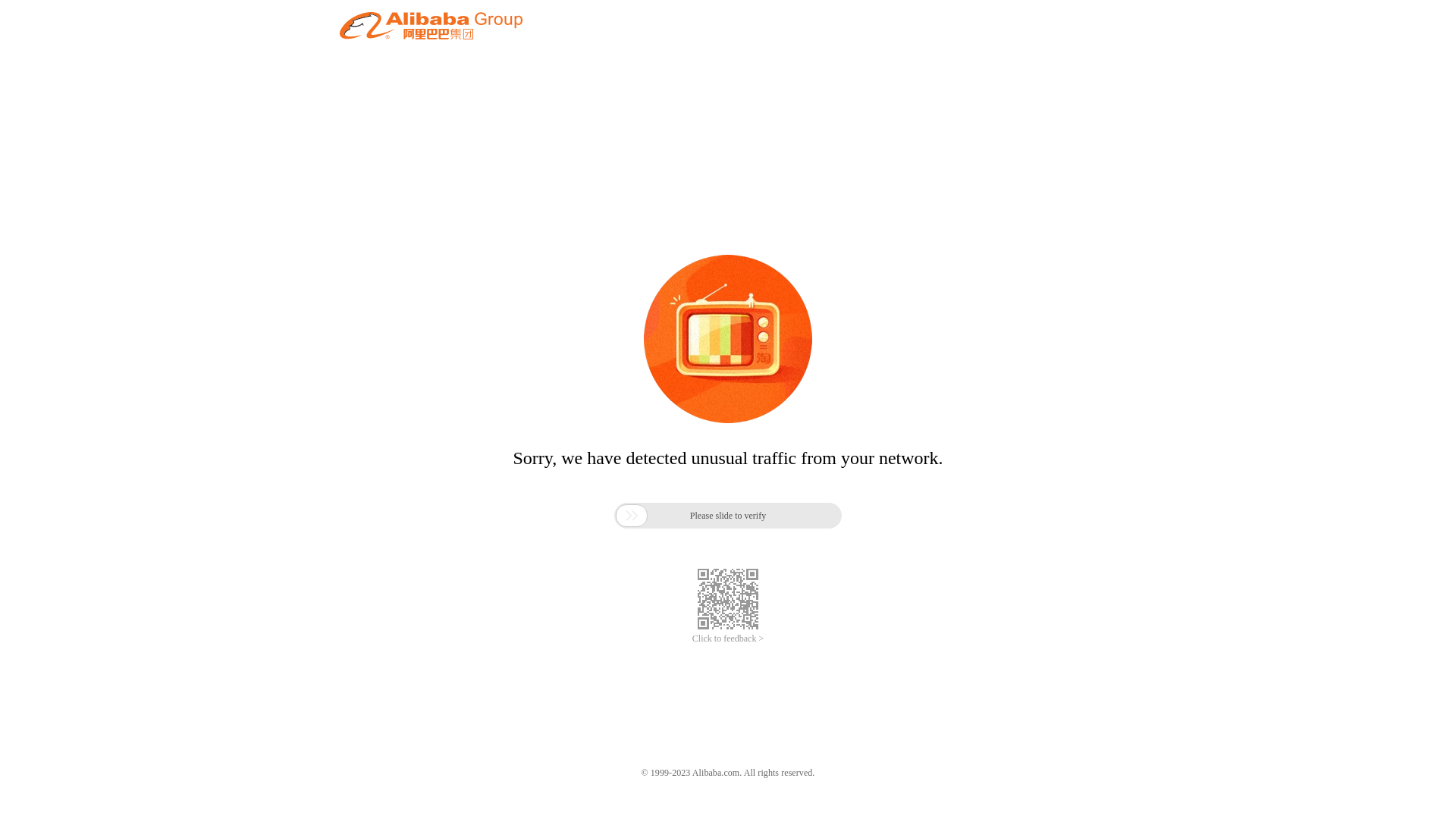  What do you see at coordinates (691, 639) in the screenshot?
I see `'Click to feedback >'` at bounding box center [691, 639].